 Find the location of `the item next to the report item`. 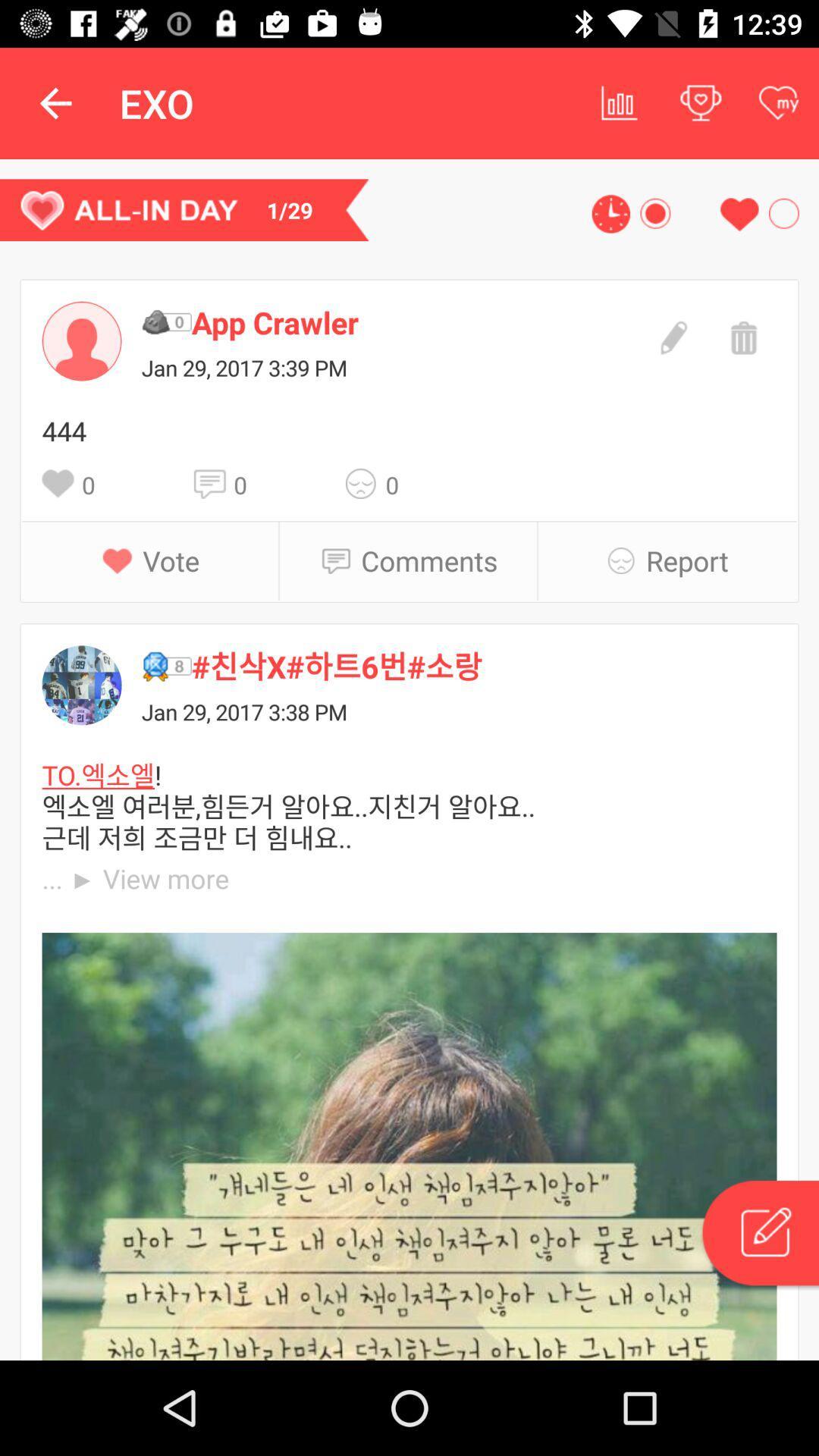

the item next to the report item is located at coordinates (626, 560).